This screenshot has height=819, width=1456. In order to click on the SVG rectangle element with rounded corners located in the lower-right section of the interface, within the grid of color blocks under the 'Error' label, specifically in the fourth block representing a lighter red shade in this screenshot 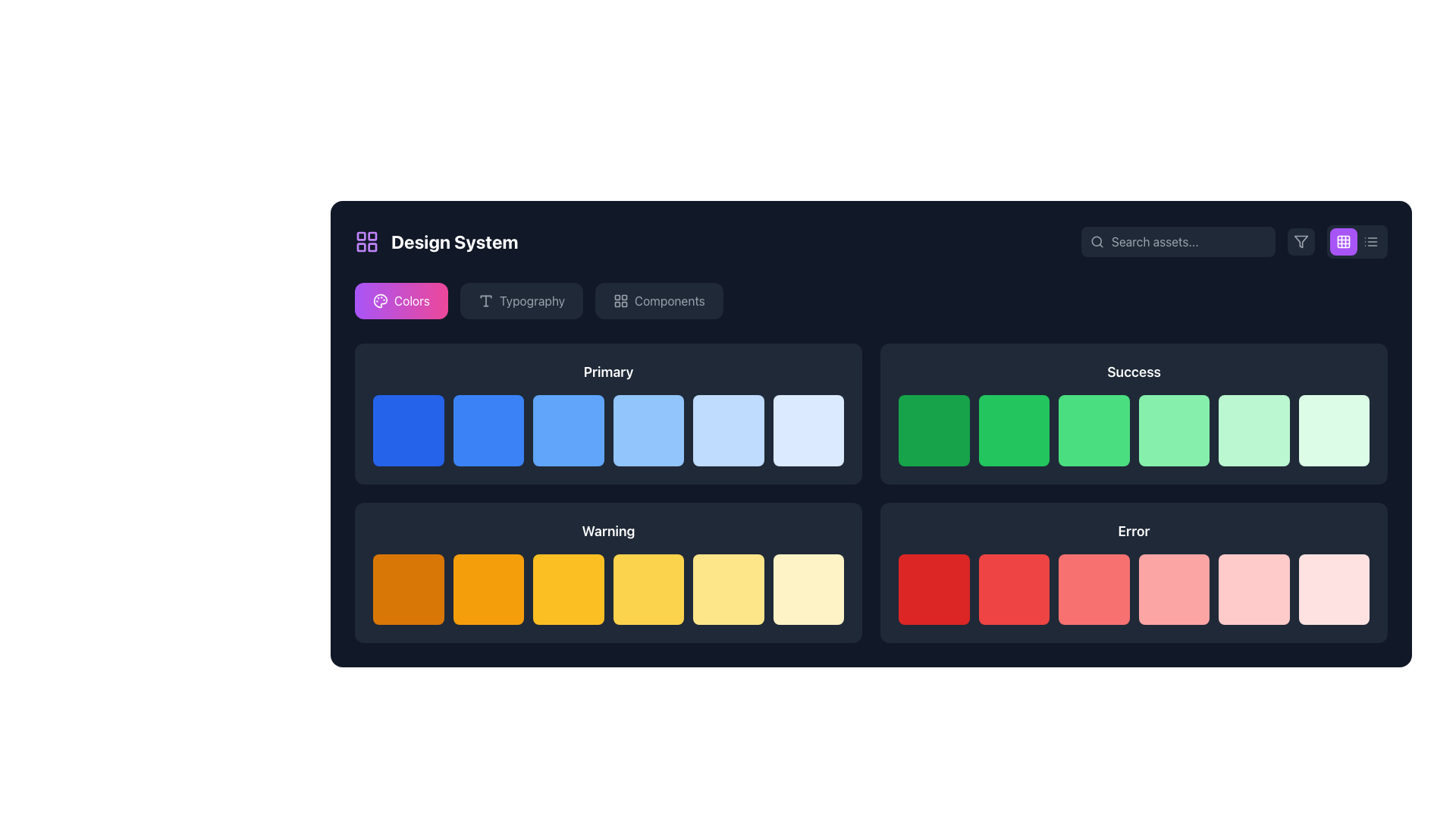, I will do `click(1256, 590)`.